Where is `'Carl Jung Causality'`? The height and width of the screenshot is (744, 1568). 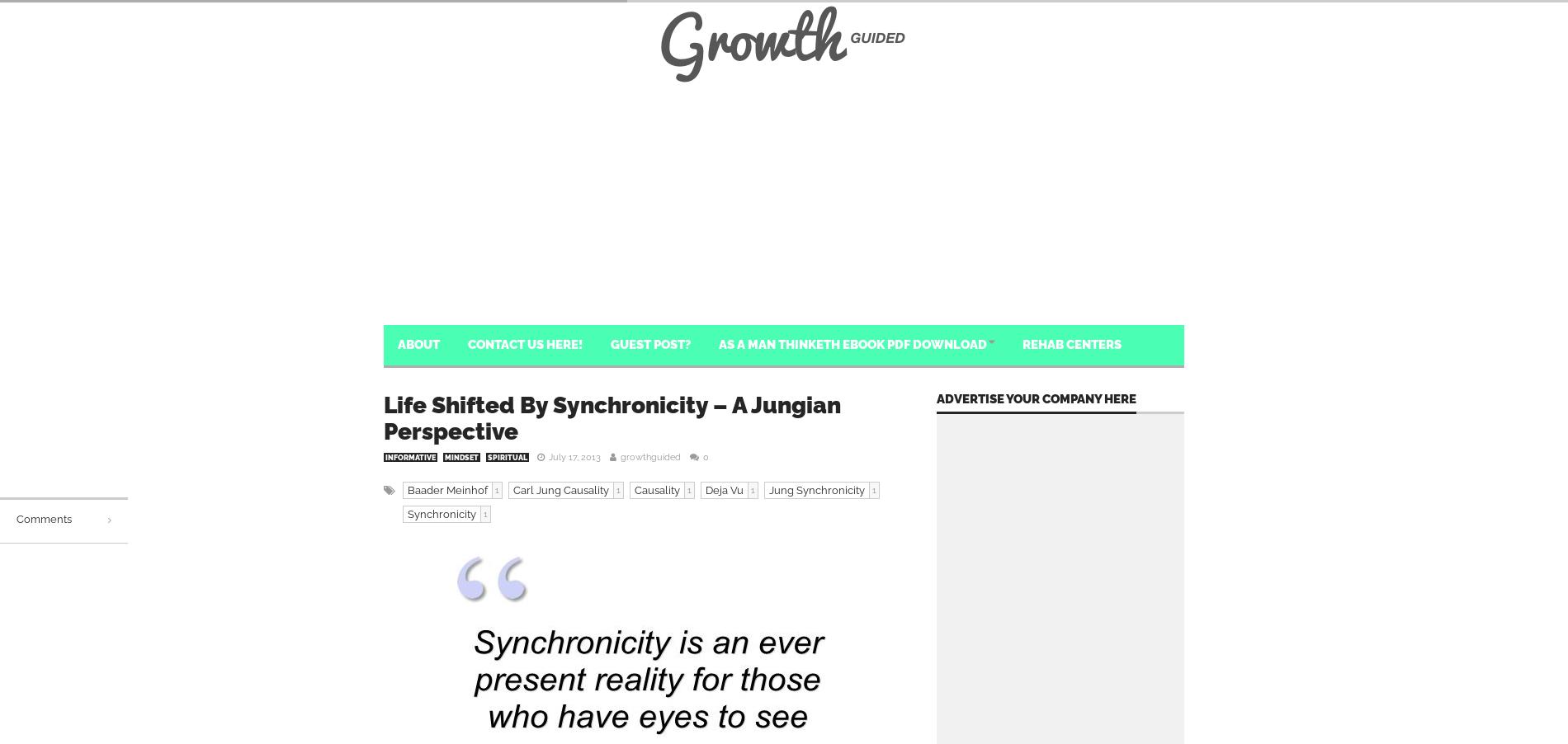 'Carl Jung Causality' is located at coordinates (513, 490).